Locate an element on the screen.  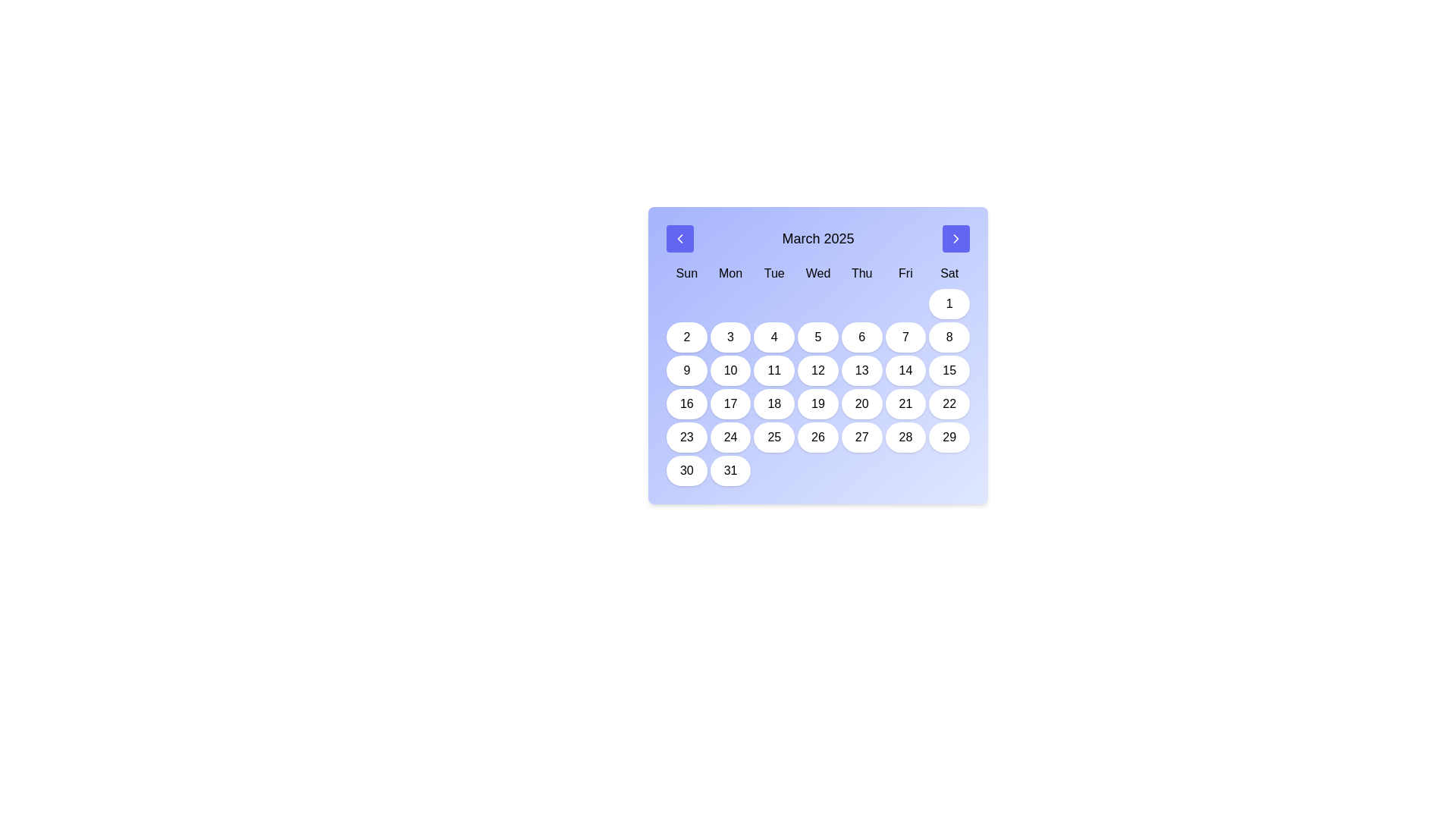
the circular button with a white background and the number '30' centered in black text, located in the last row, first column of the March 2025 calendar interface is located at coordinates (686, 470).